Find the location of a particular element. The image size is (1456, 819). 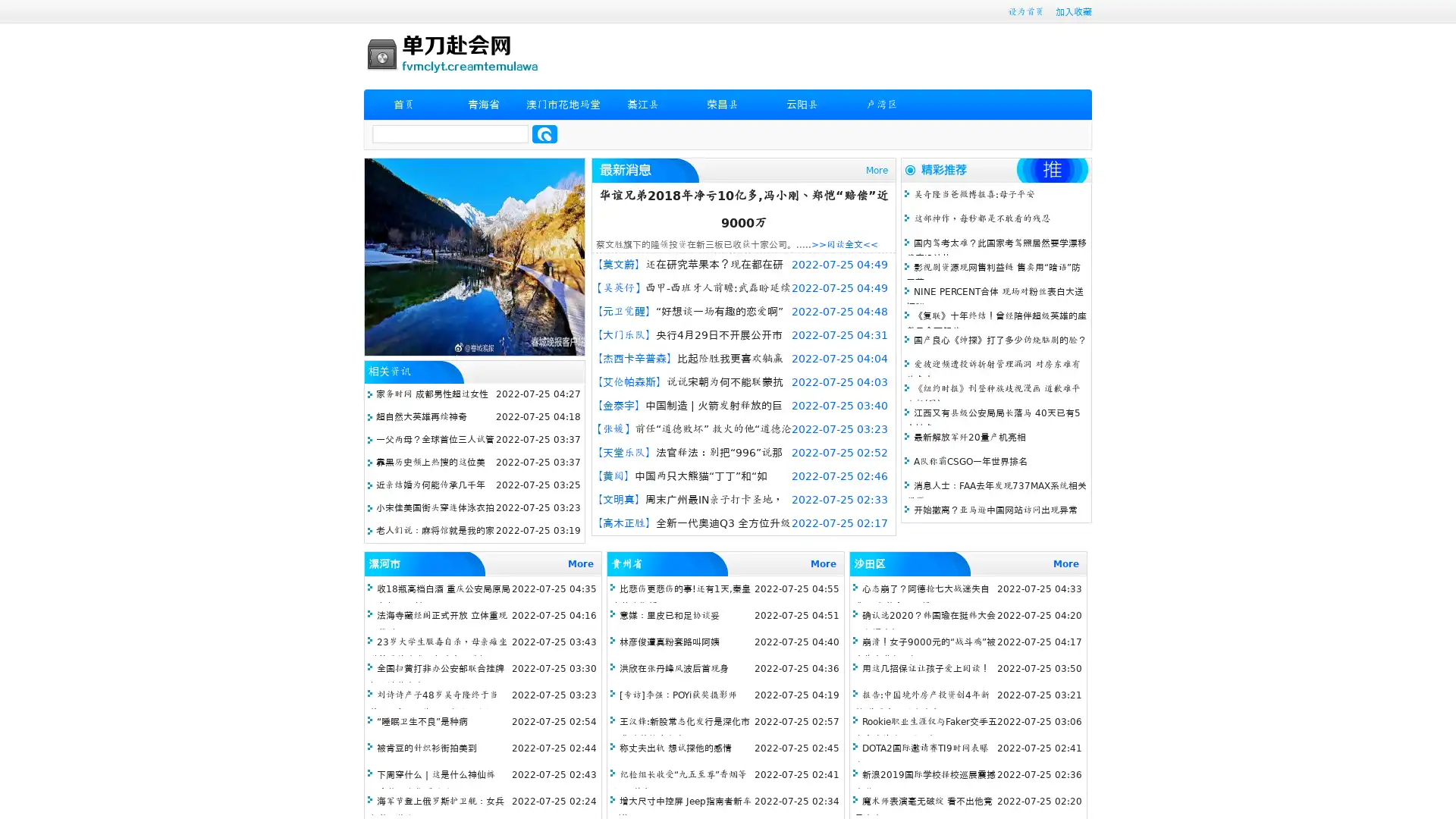

Search is located at coordinates (544, 133).